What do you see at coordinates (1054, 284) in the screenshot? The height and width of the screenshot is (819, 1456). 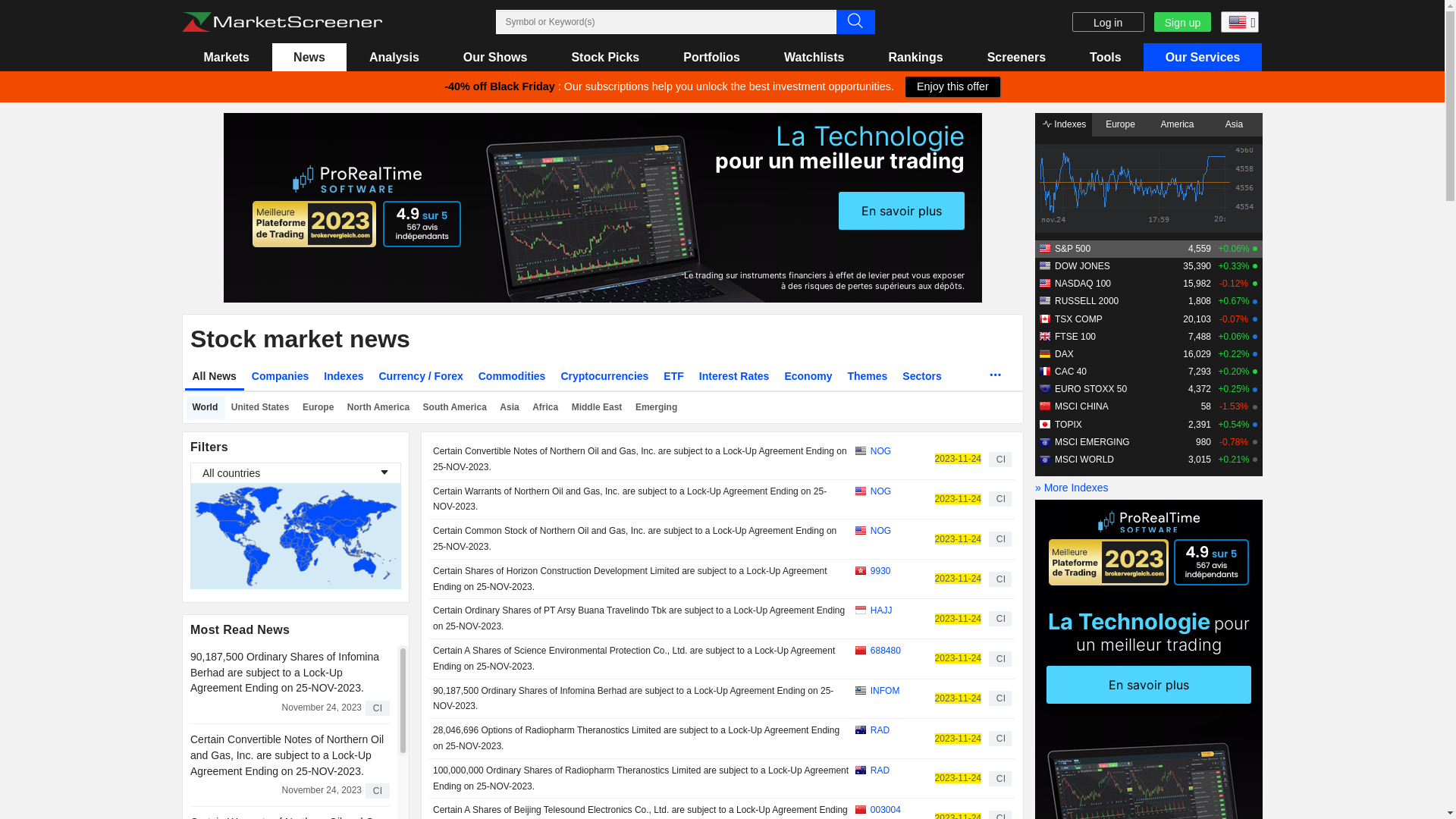 I see `'NASDAQ 100'` at bounding box center [1054, 284].